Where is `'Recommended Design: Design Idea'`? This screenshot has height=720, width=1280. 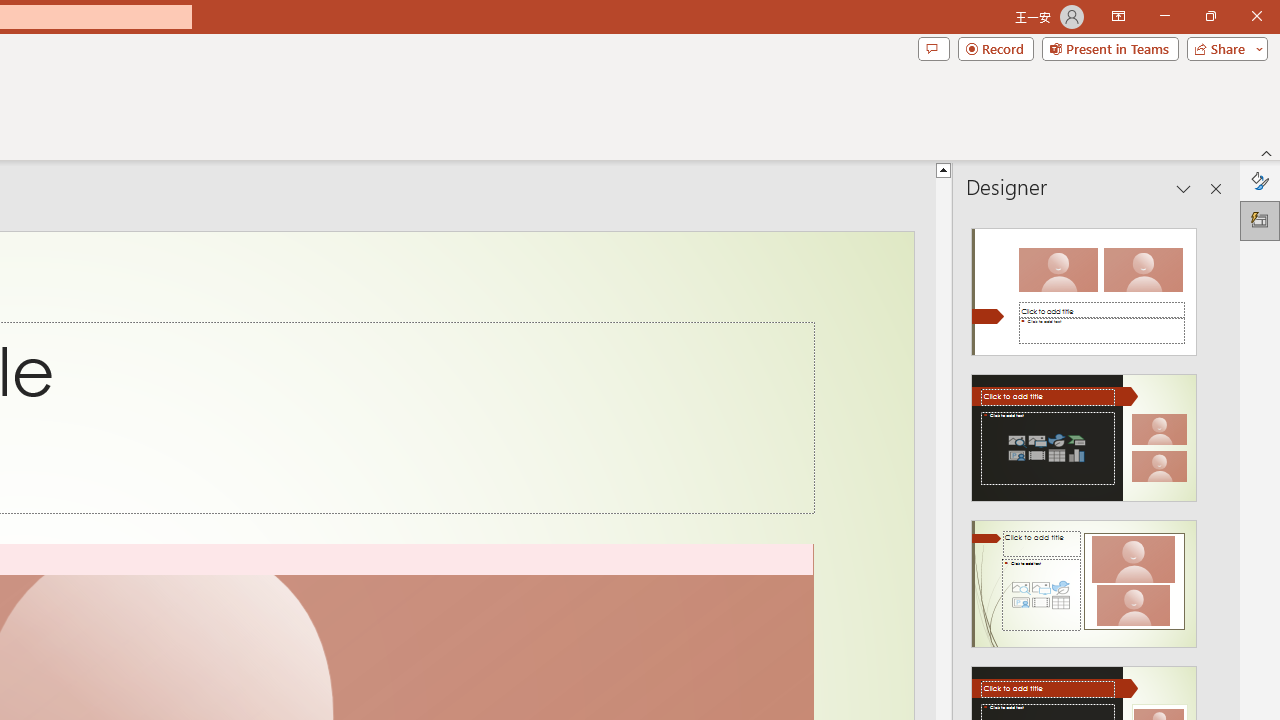 'Recommended Design: Design Idea' is located at coordinates (1083, 286).